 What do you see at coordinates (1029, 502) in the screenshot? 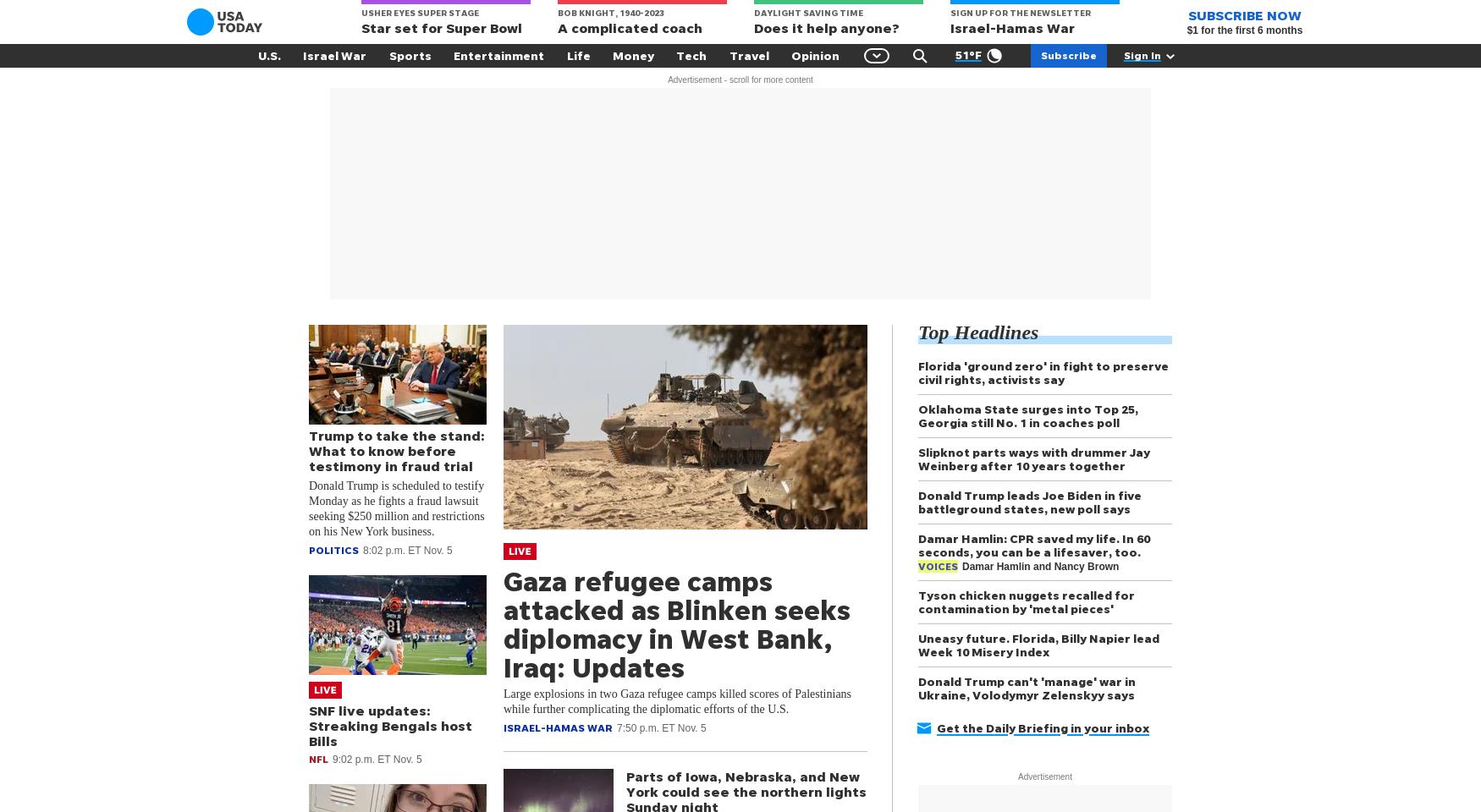
I see `'Donald Trump leads Joe Biden in five battleground states, new poll says'` at bounding box center [1029, 502].